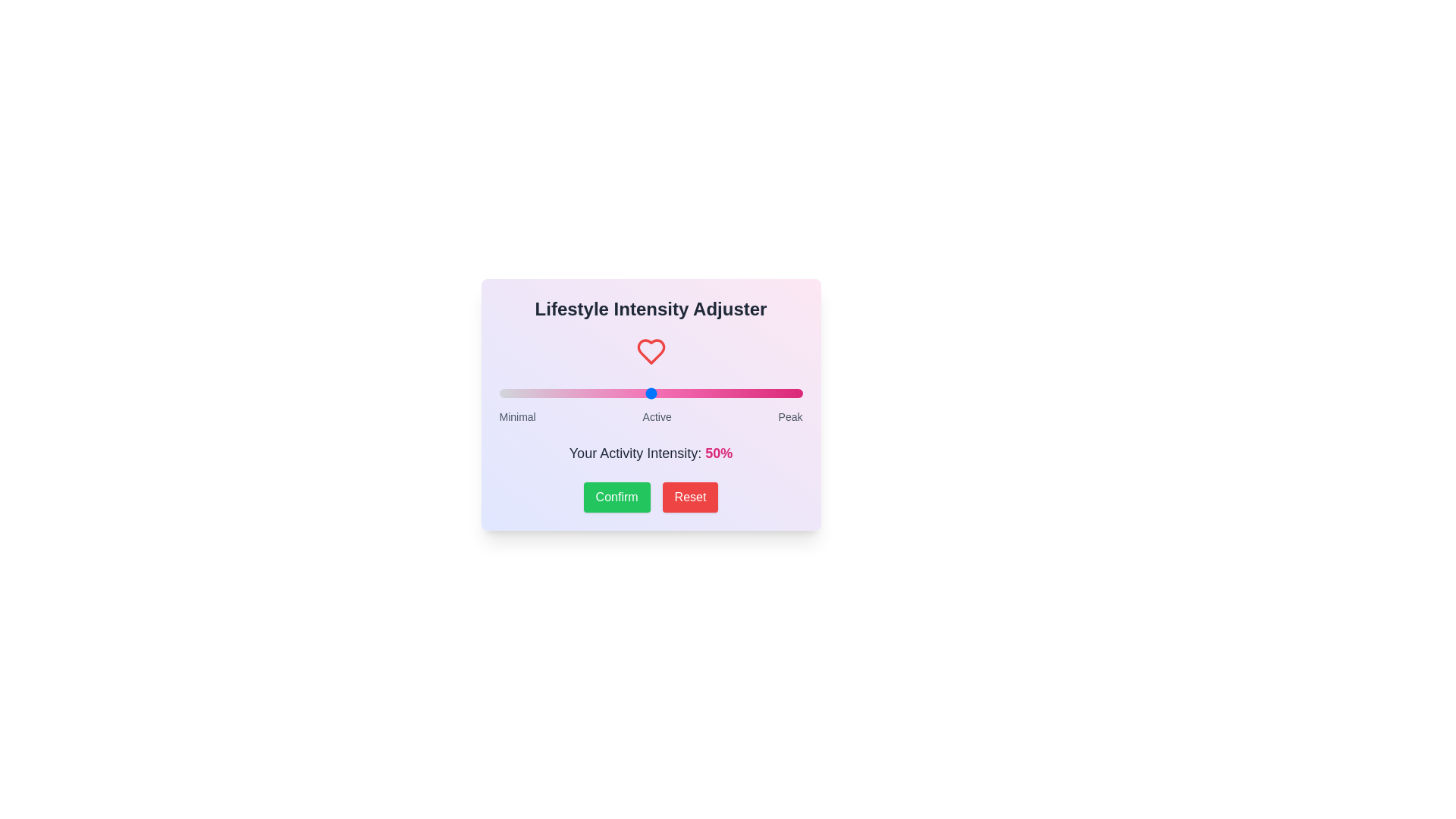 The height and width of the screenshot is (819, 1456). What do you see at coordinates (726, 393) in the screenshot?
I see `the slider to set the intensity to 75%` at bounding box center [726, 393].